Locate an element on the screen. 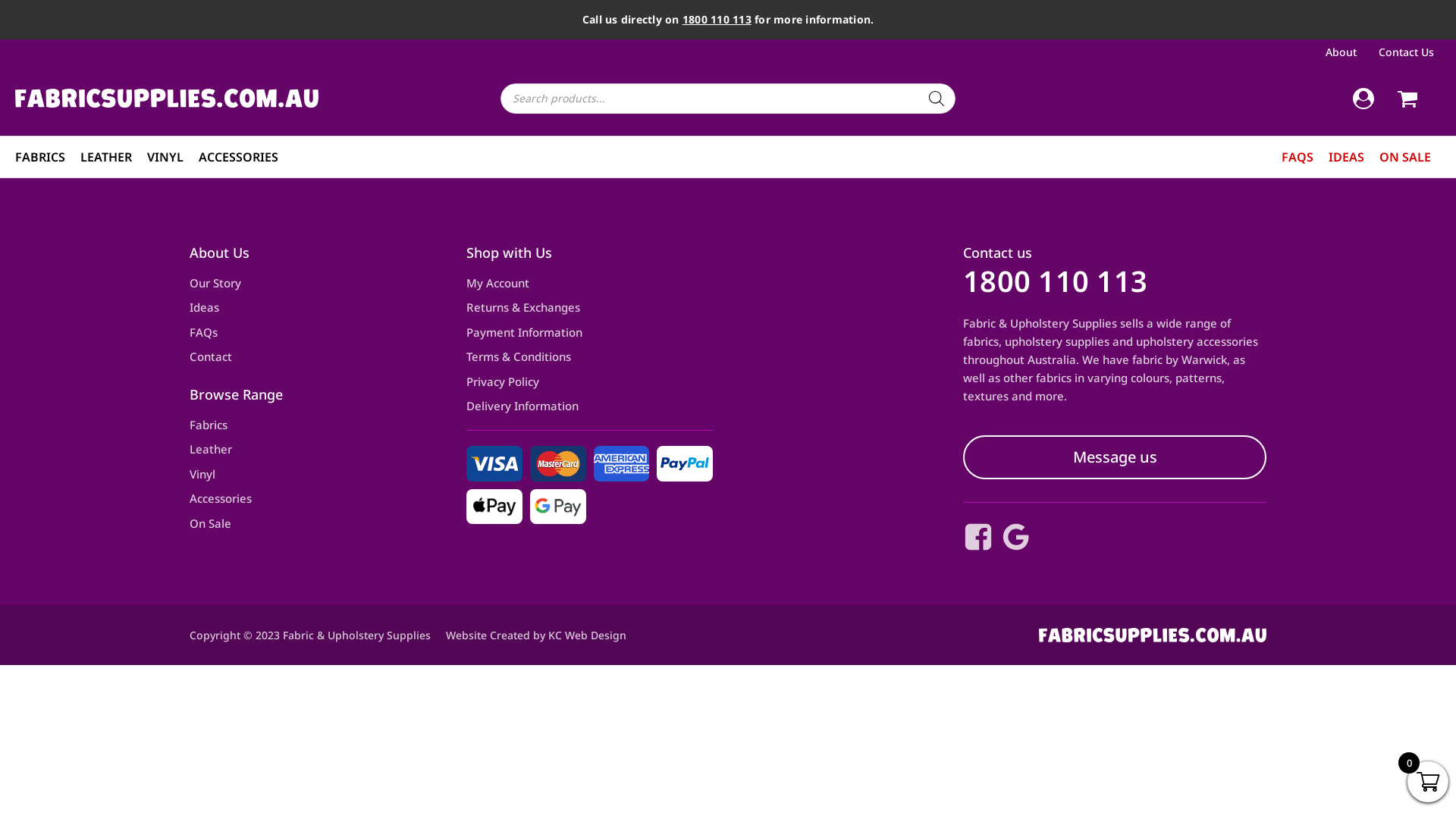  'Contact Us' is located at coordinates (1376, 52).